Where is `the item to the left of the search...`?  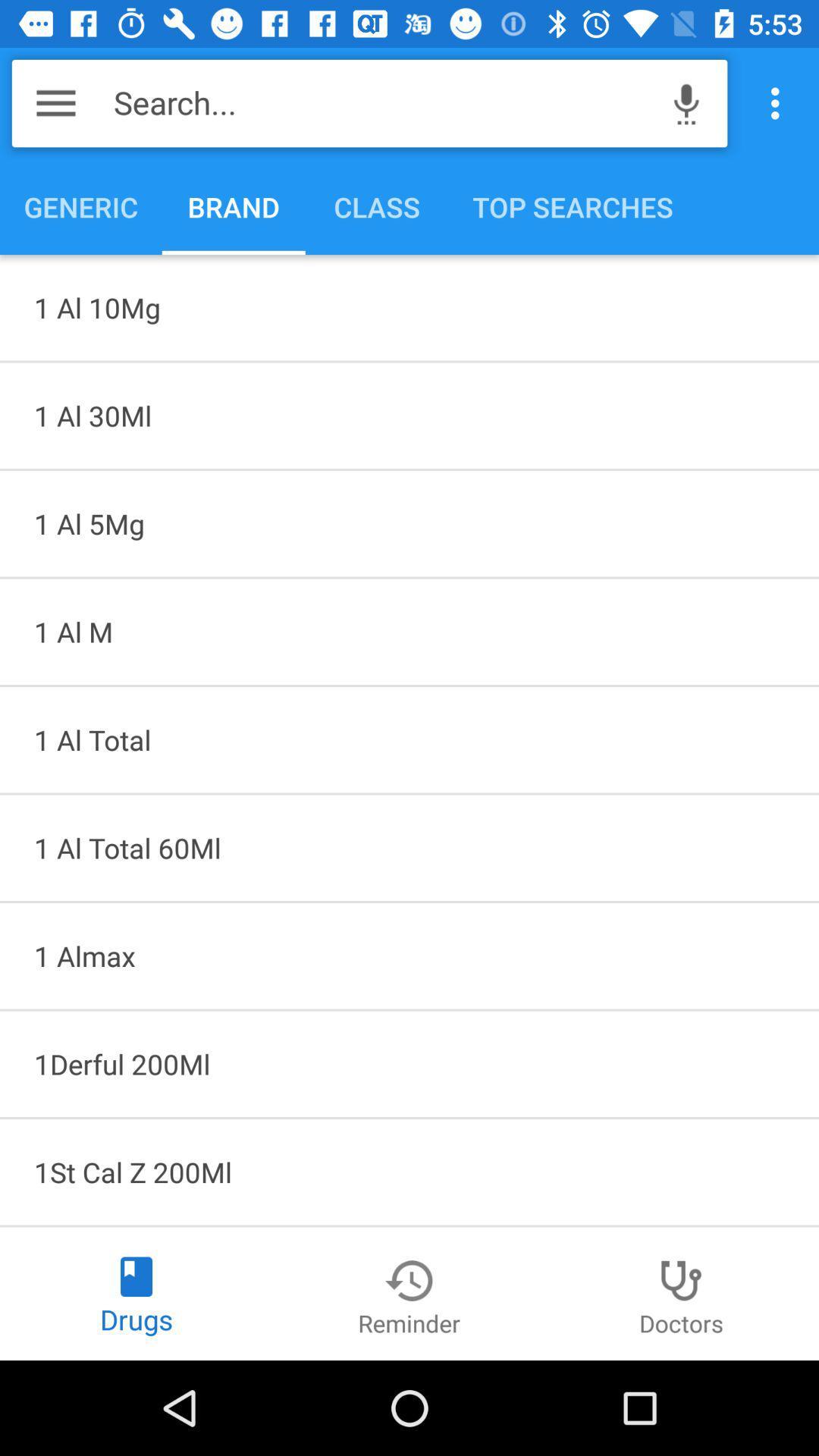
the item to the left of the search... is located at coordinates (55, 102).